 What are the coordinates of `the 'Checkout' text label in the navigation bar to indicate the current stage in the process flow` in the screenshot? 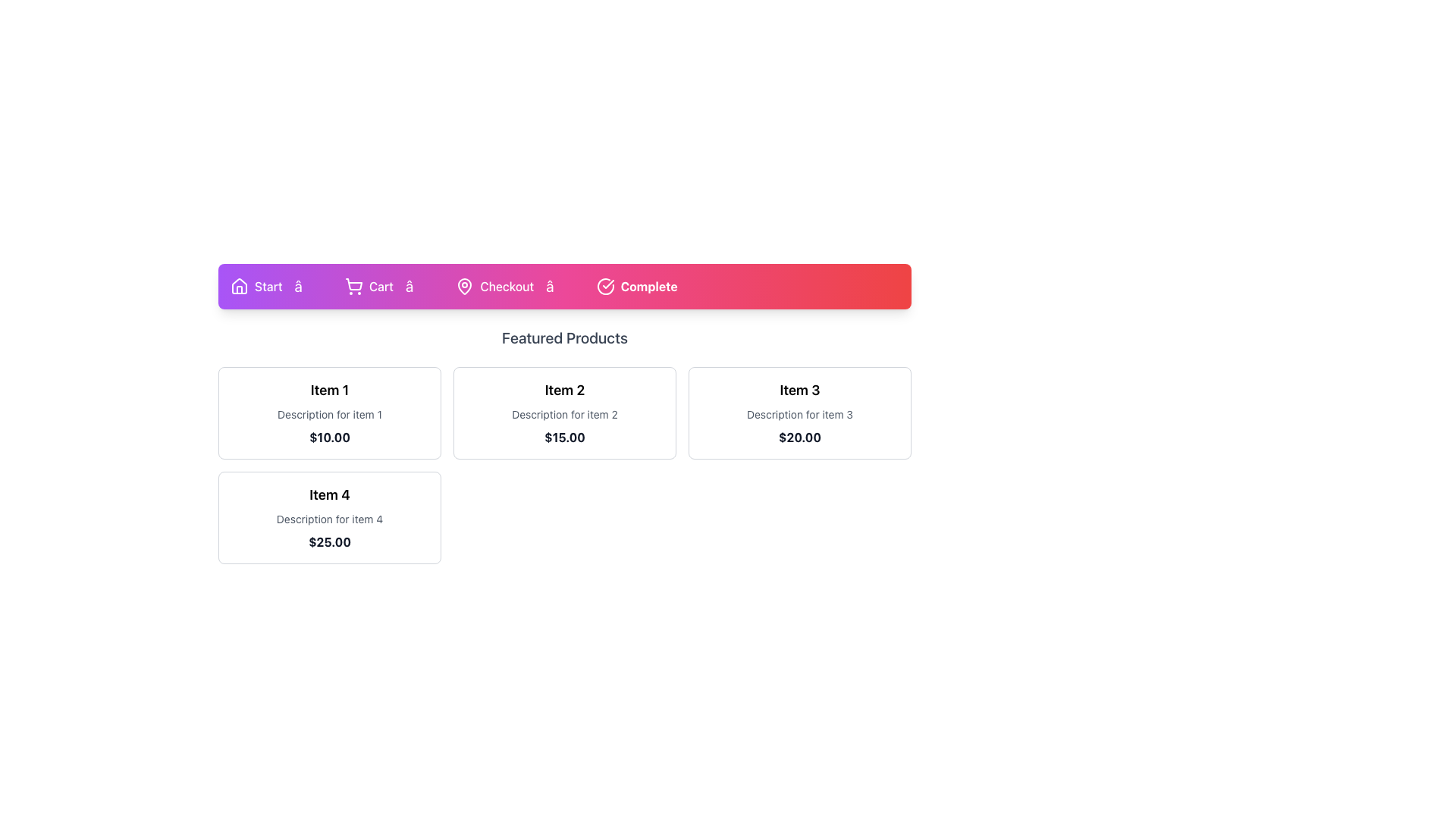 It's located at (507, 287).